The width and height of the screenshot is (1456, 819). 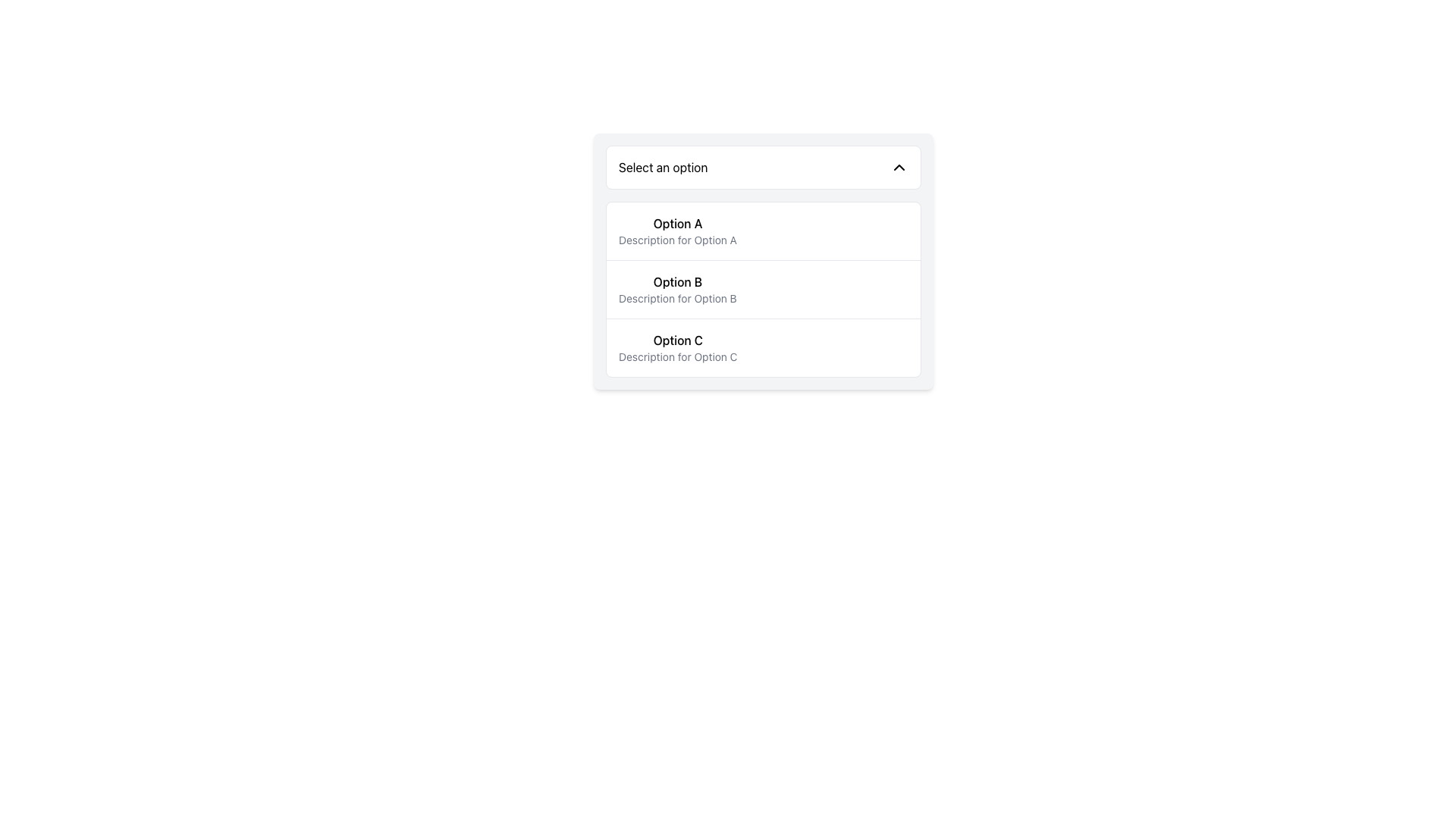 I want to click on text content of the descriptive Text label positioned below 'Option B' in the dropdown list, so click(x=676, y=298).